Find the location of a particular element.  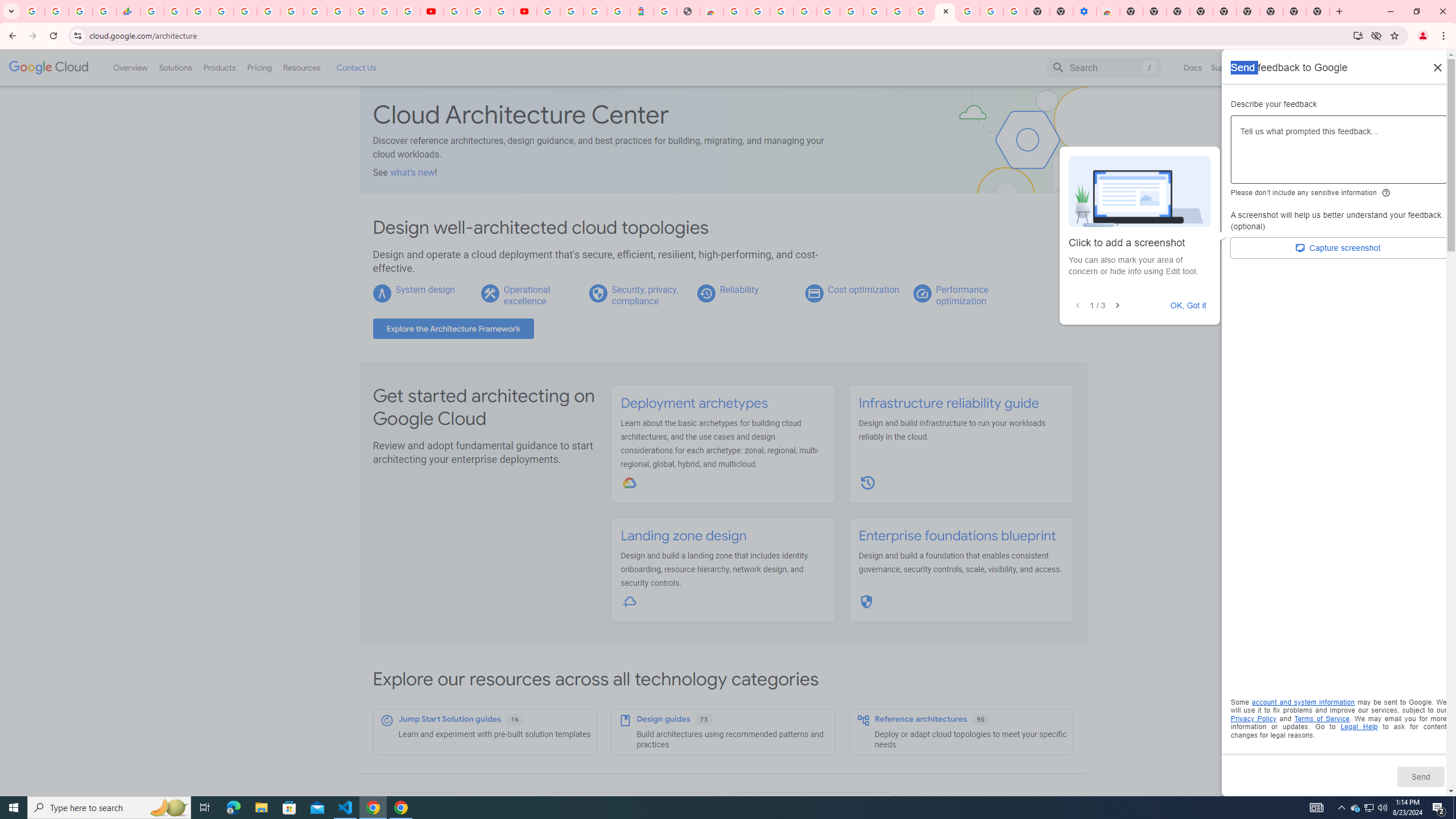

'Privacy Checkup' is located at coordinates (408, 11).